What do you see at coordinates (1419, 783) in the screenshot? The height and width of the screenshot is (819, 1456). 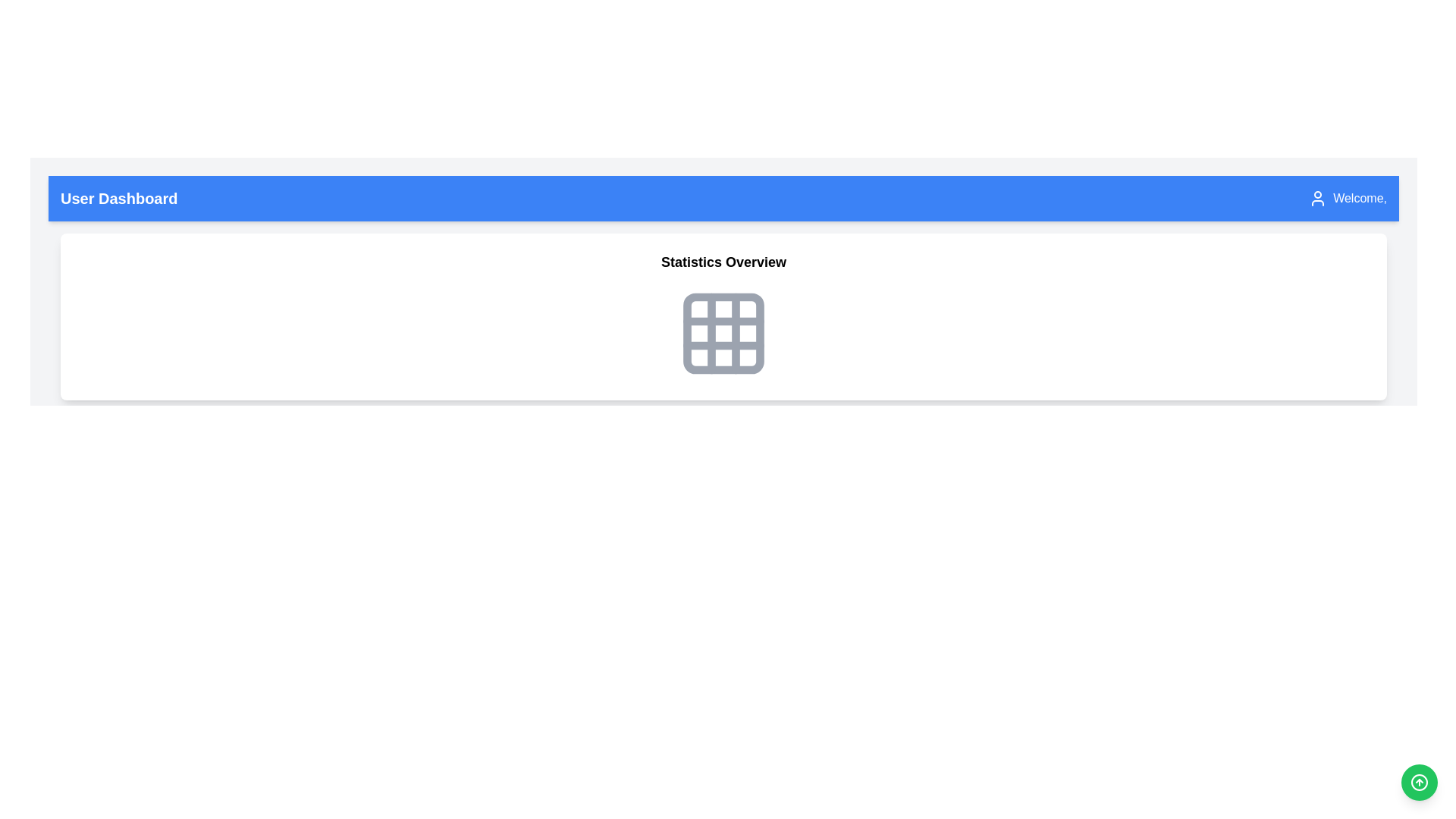 I see `the circular green button labeled 'Scroll to top', which contains an upward pointing SVG arrow icon` at bounding box center [1419, 783].